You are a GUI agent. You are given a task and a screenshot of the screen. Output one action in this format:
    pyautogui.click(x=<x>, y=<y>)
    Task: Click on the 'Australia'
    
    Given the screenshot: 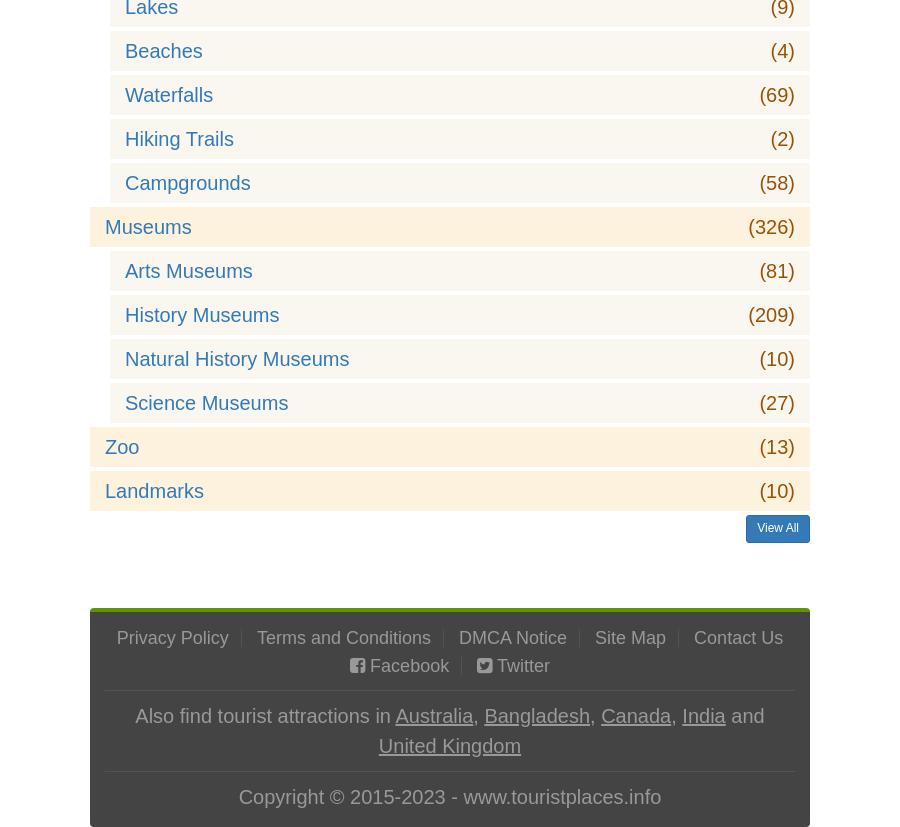 What is the action you would take?
    pyautogui.click(x=433, y=716)
    